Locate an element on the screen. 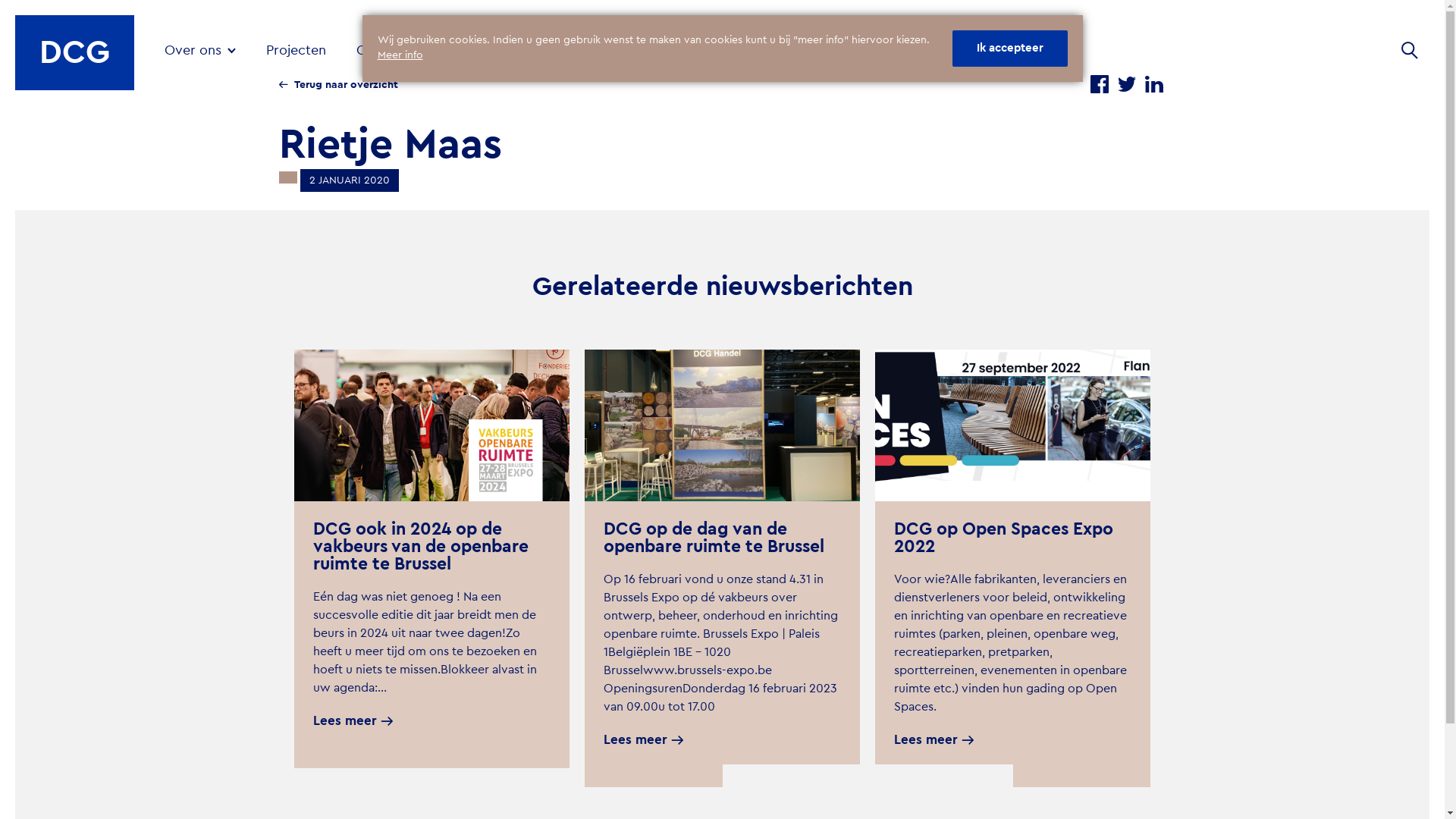 This screenshot has width=1456, height=819. 'Contact' is located at coordinates (578, 49).